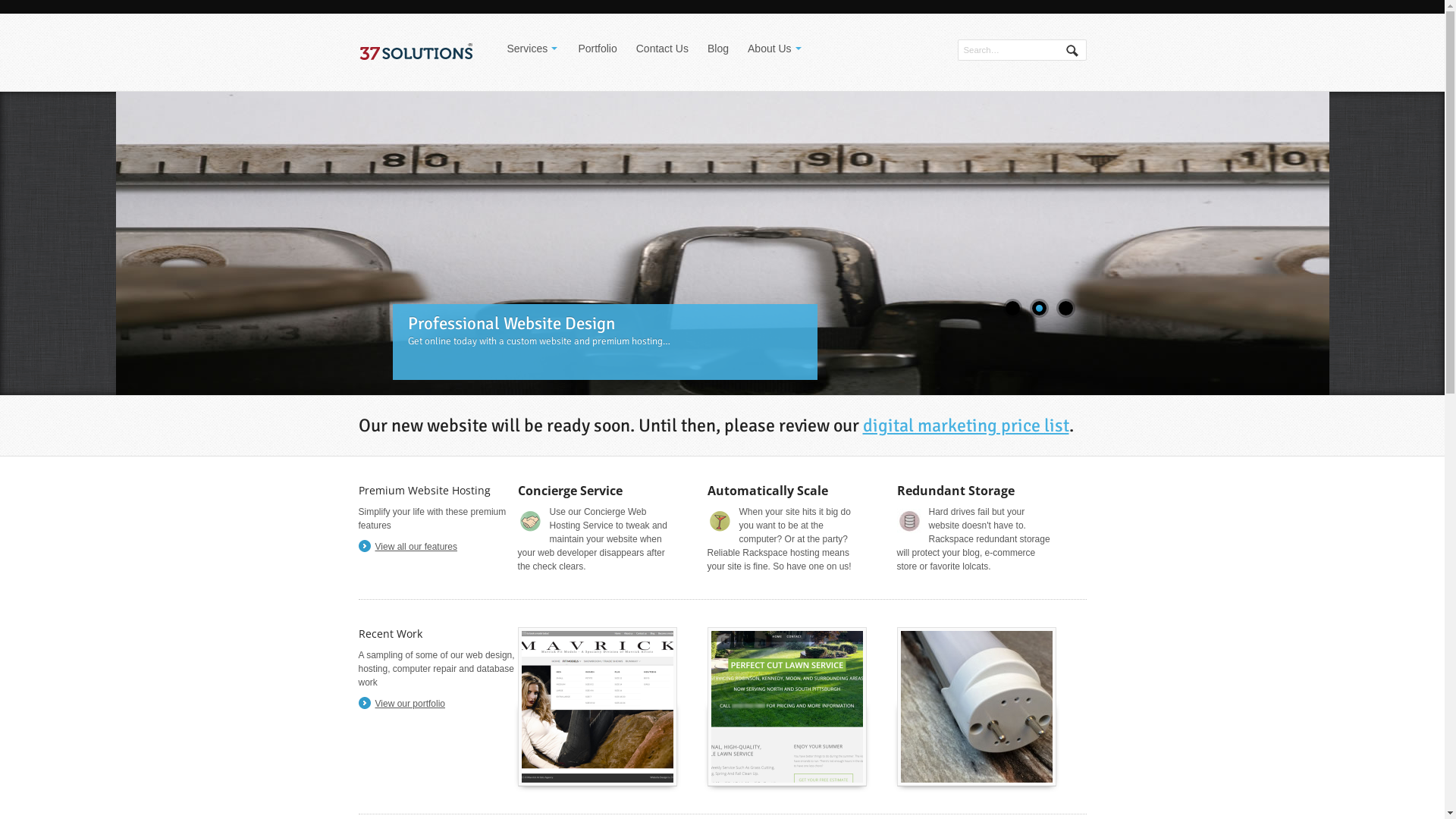 This screenshot has height=819, width=1456. I want to click on 'Web Hosting, Design, and Management', so click(415, 52).